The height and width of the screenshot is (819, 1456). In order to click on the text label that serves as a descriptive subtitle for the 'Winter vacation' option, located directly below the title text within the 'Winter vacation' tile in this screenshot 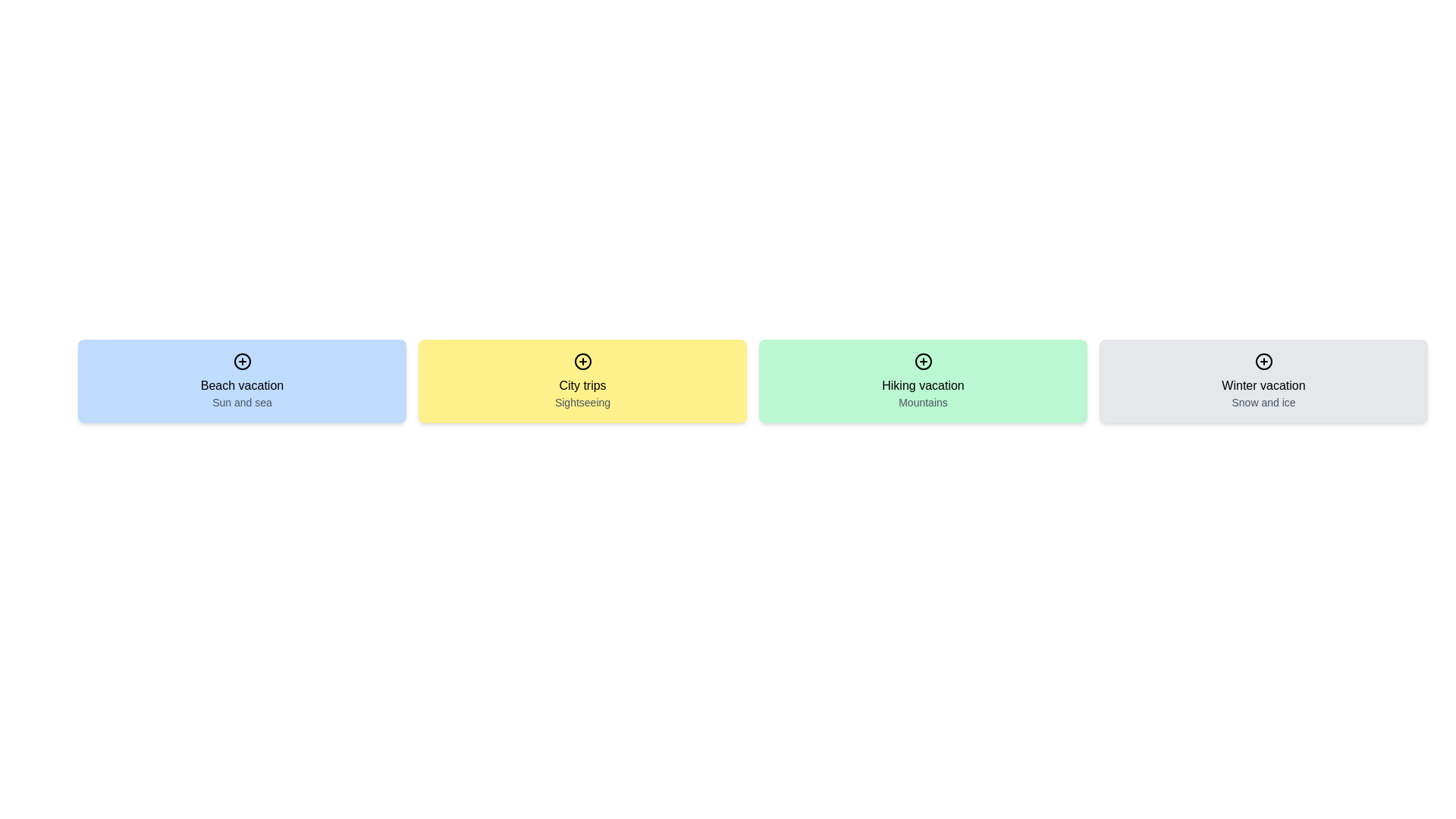, I will do `click(1263, 402)`.